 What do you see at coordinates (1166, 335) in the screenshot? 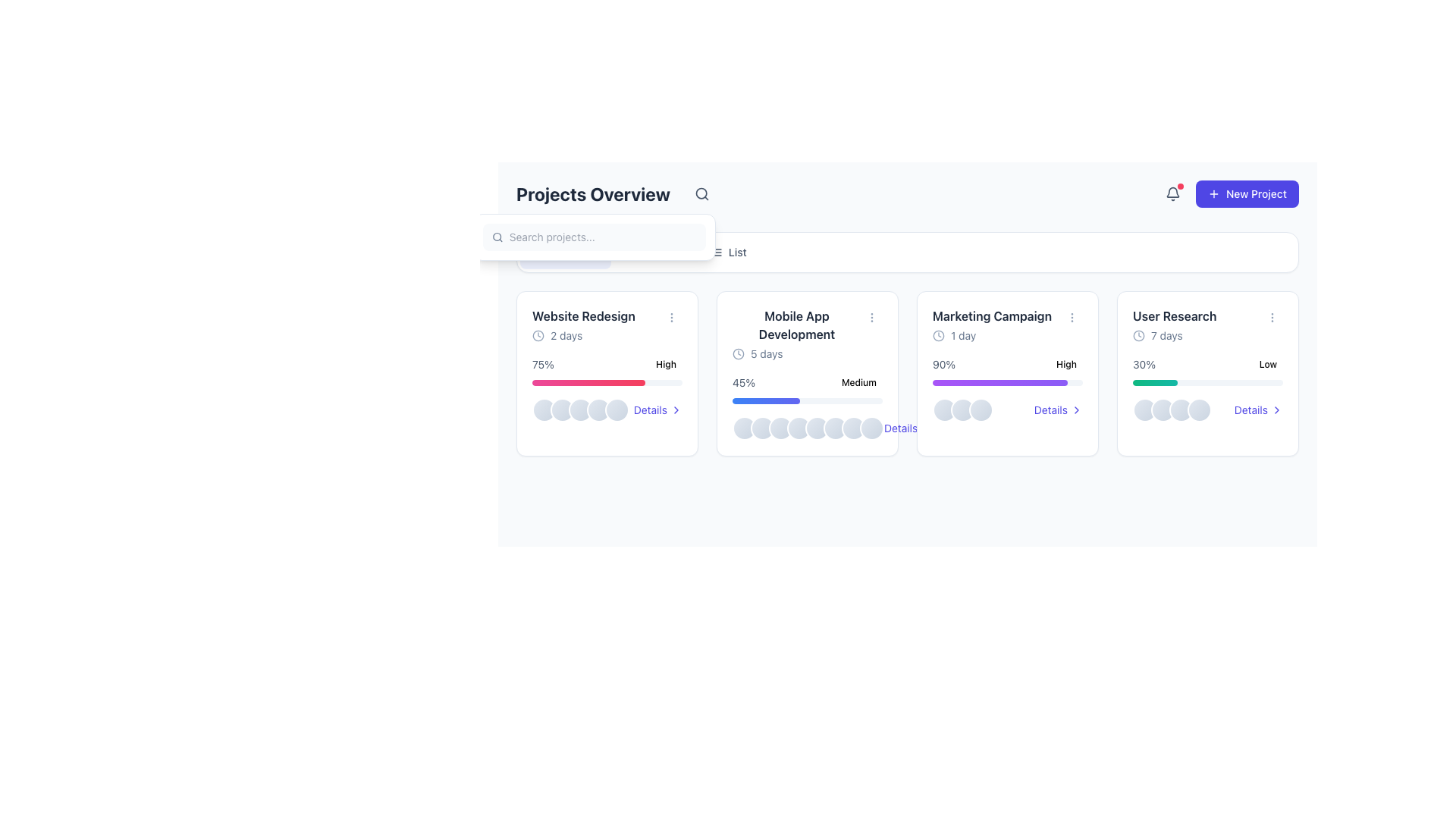
I see `the '7 days' text label displayed in slate gray color, located within the 'User Research' card, near the top left corner below the project name, following a clock icon` at bounding box center [1166, 335].